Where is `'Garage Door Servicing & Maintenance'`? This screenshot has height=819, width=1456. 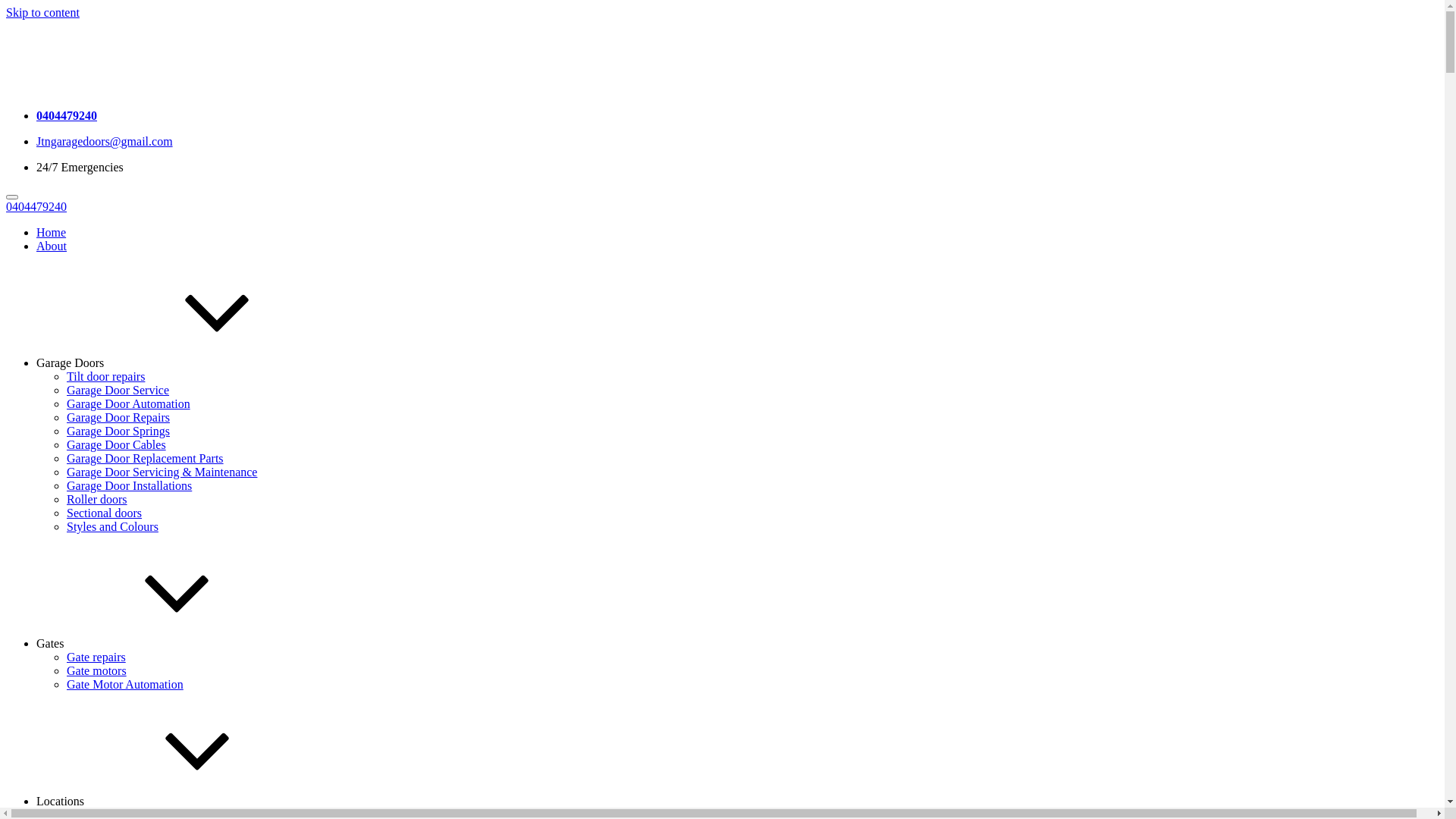
'Garage Door Servicing & Maintenance' is located at coordinates (162, 471).